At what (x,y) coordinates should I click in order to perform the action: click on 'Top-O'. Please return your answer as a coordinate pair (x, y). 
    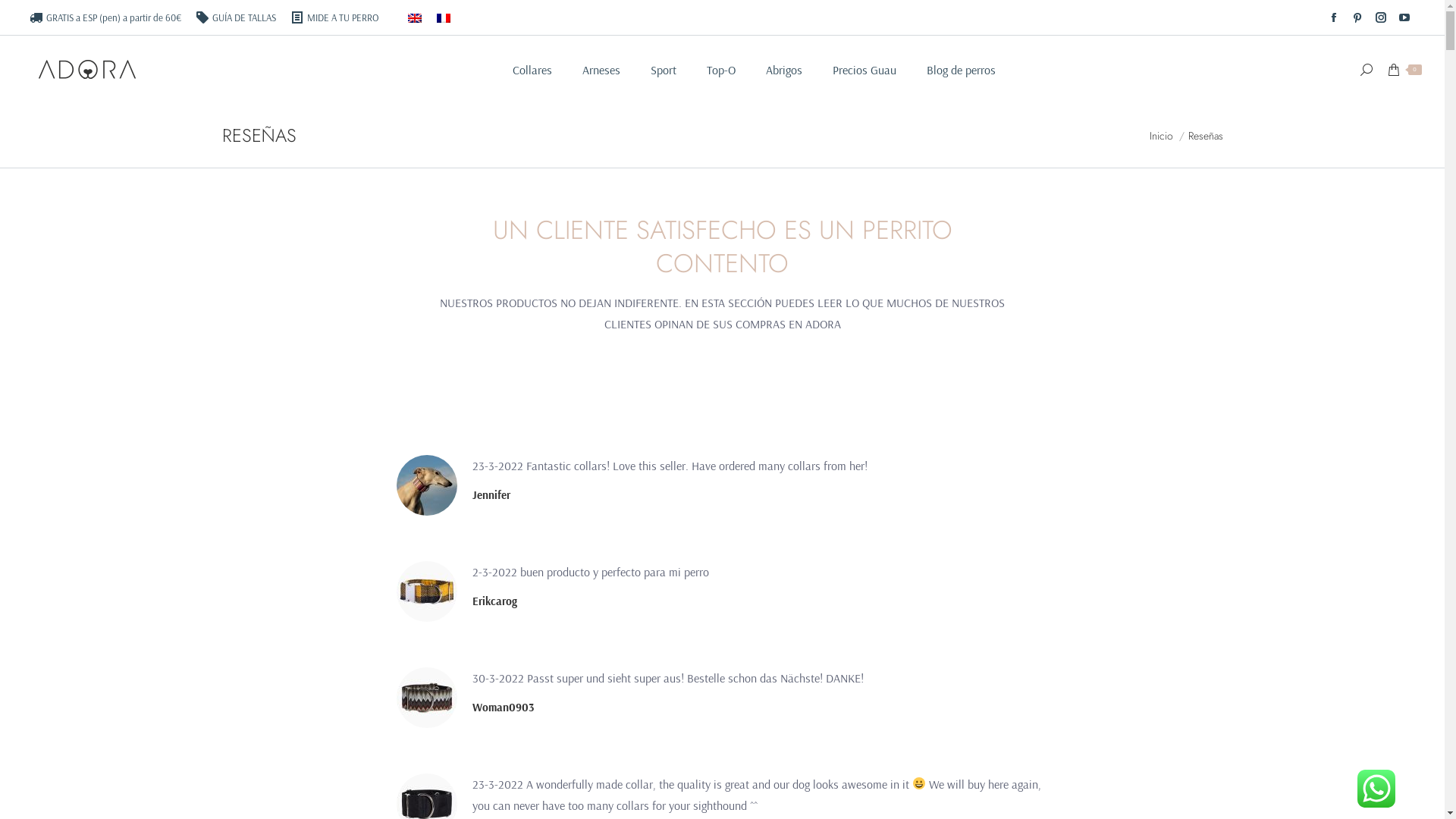
    Looking at the image, I should click on (705, 70).